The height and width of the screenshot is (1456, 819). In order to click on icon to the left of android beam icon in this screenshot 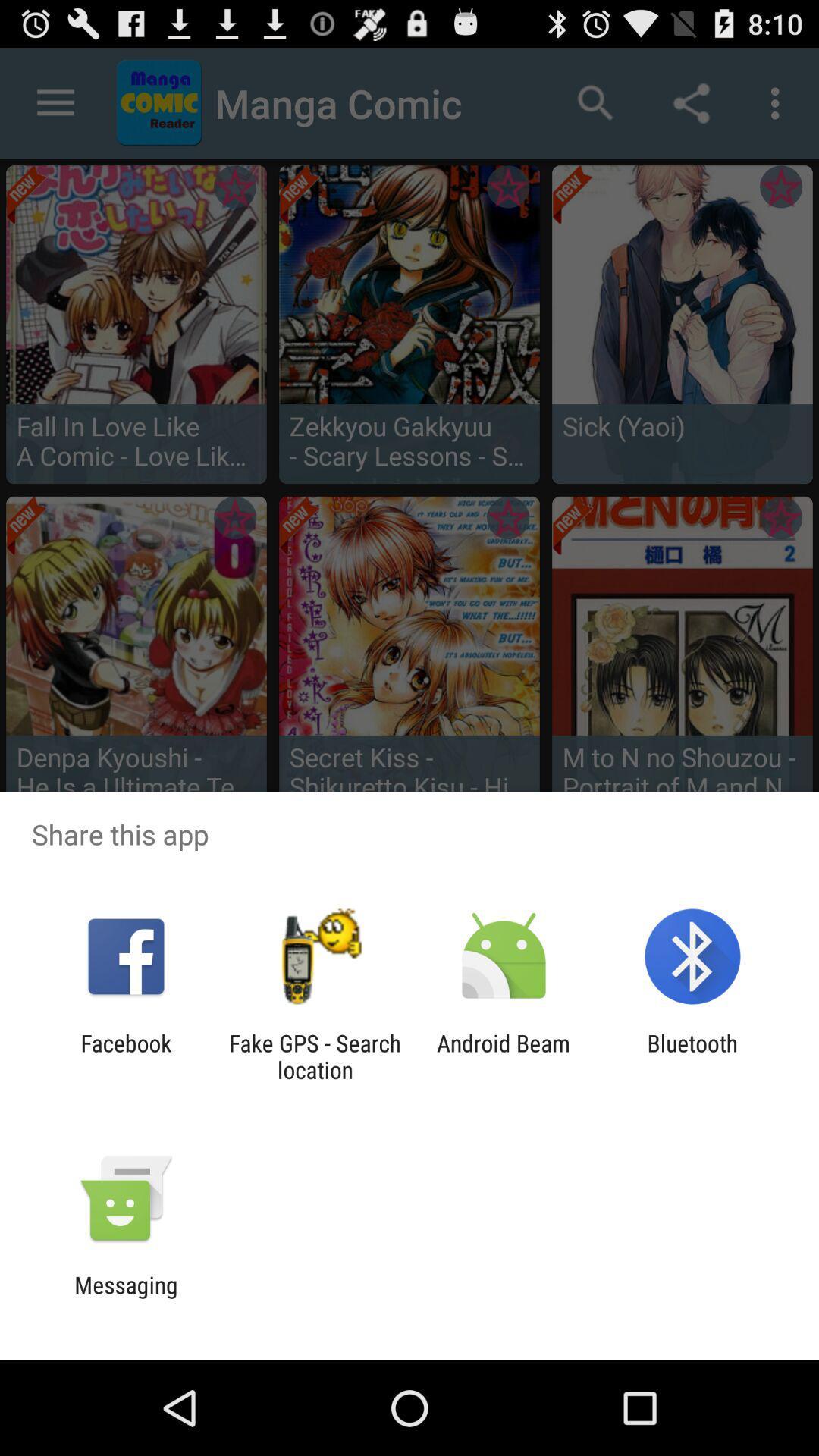, I will do `click(314, 1056)`.